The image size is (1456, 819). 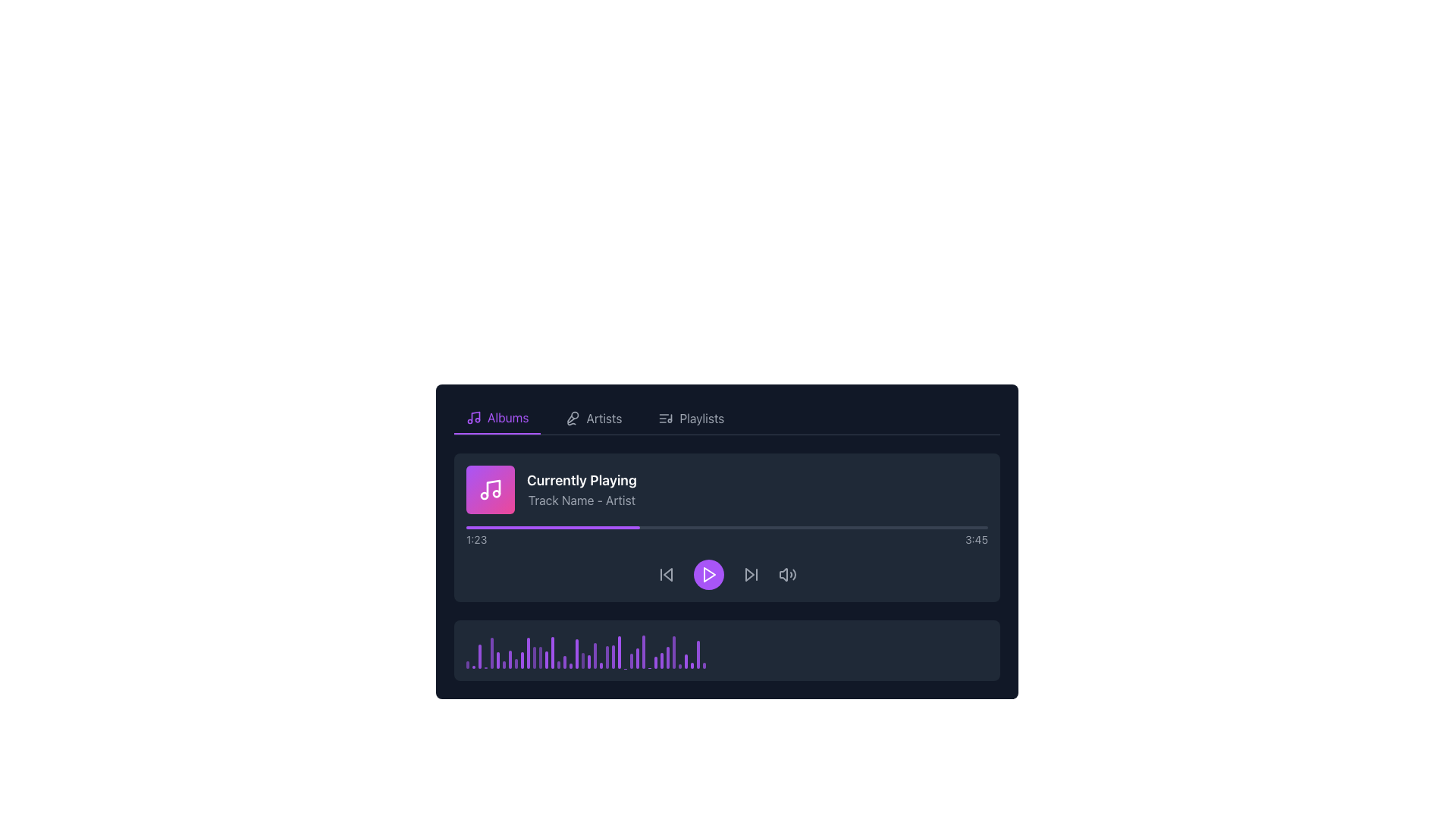 I want to click on the playback status text indicating the current status of the music player, which is located near the top left of the highlighted section, to the right of an icon and above the track details text, so click(x=581, y=480).